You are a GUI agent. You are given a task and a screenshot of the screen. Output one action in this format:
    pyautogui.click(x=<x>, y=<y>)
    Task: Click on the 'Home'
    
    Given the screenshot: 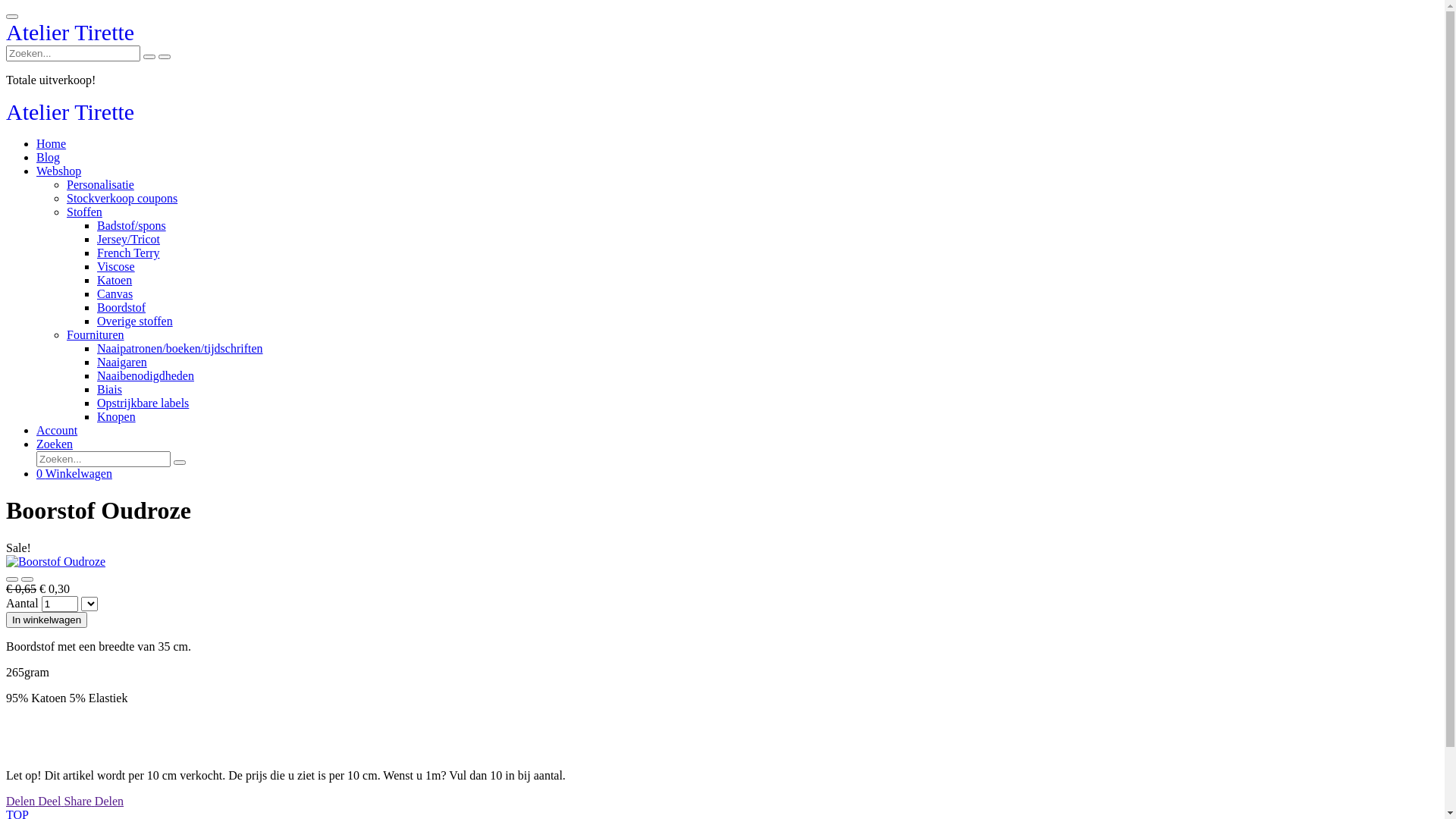 What is the action you would take?
    pyautogui.click(x=51, y=143)
    